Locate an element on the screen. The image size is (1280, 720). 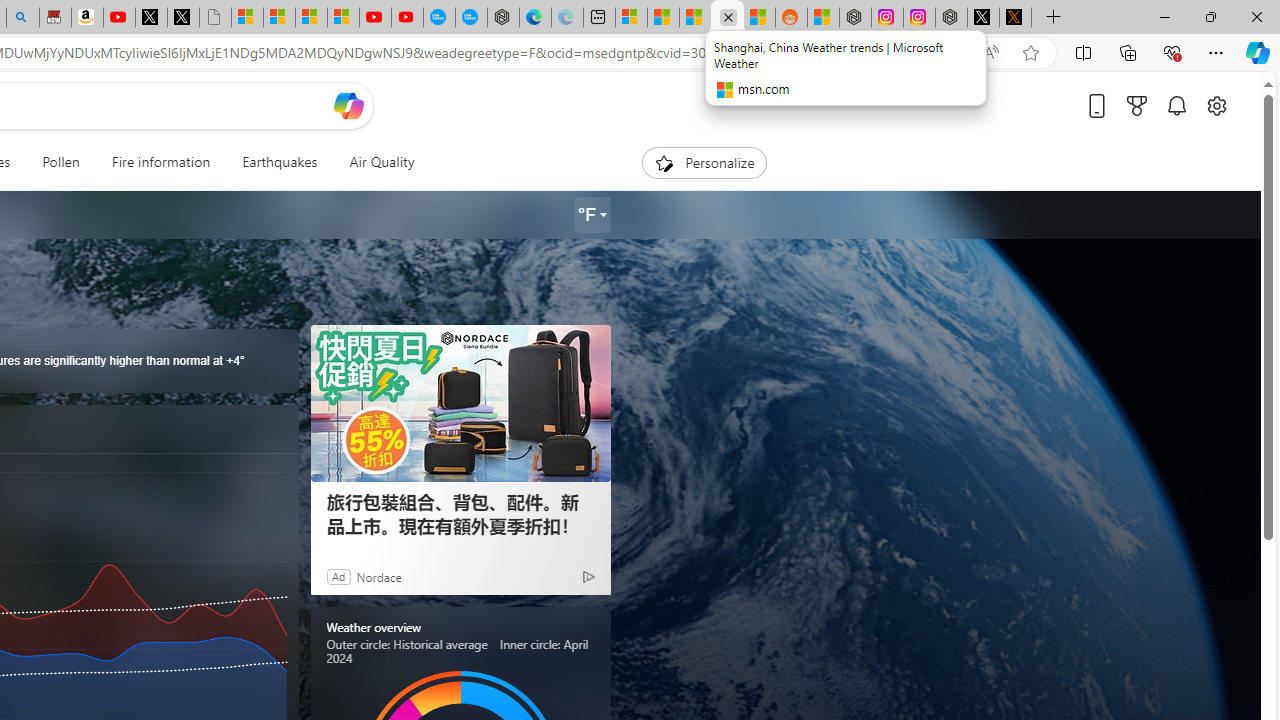
'Nordace (@NordaceOfficial) / X' is located at coordinates (983, 17).